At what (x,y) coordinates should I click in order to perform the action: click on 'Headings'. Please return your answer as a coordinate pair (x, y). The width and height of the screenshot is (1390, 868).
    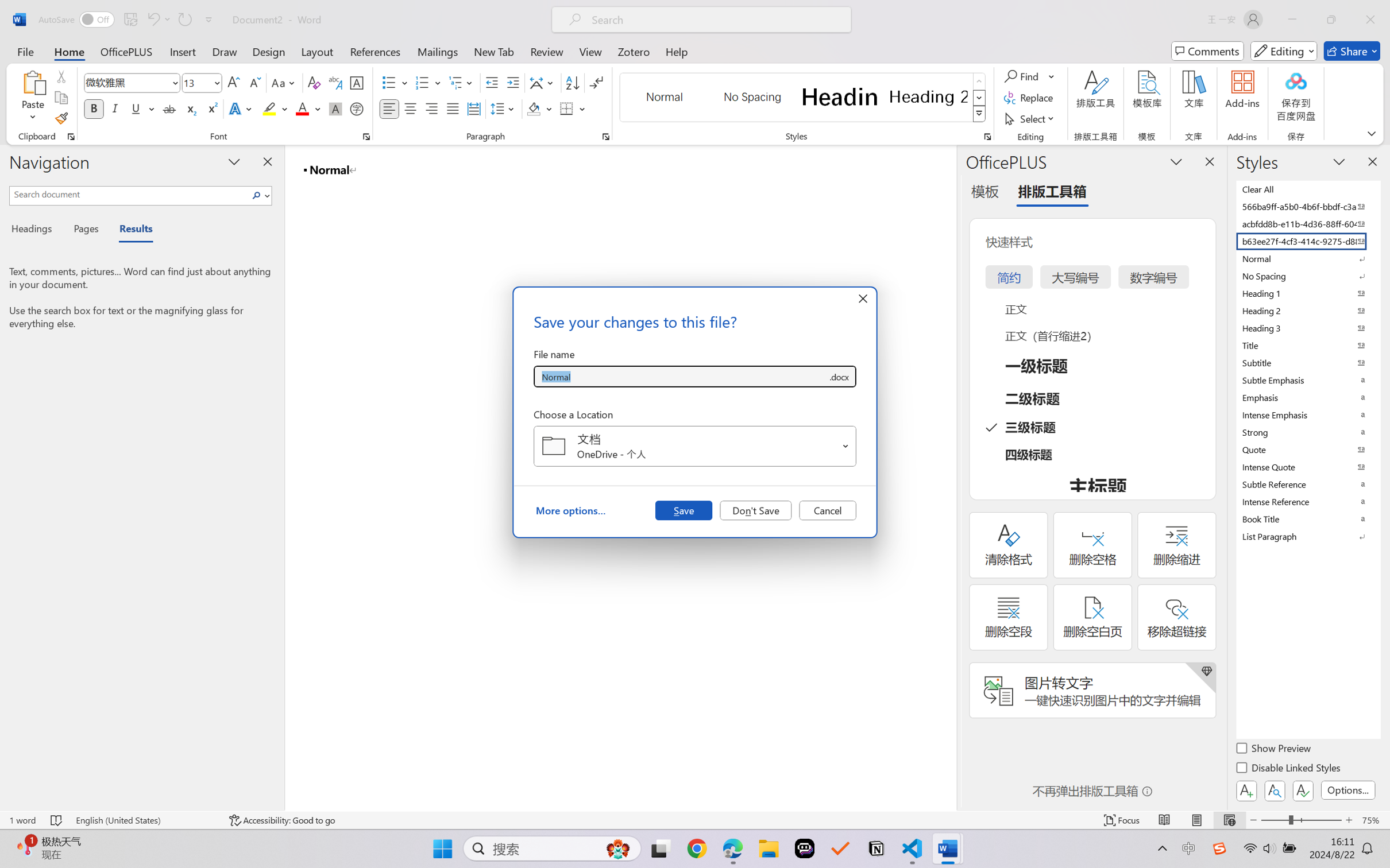
    Looking at the image, I should click on (35, 230).